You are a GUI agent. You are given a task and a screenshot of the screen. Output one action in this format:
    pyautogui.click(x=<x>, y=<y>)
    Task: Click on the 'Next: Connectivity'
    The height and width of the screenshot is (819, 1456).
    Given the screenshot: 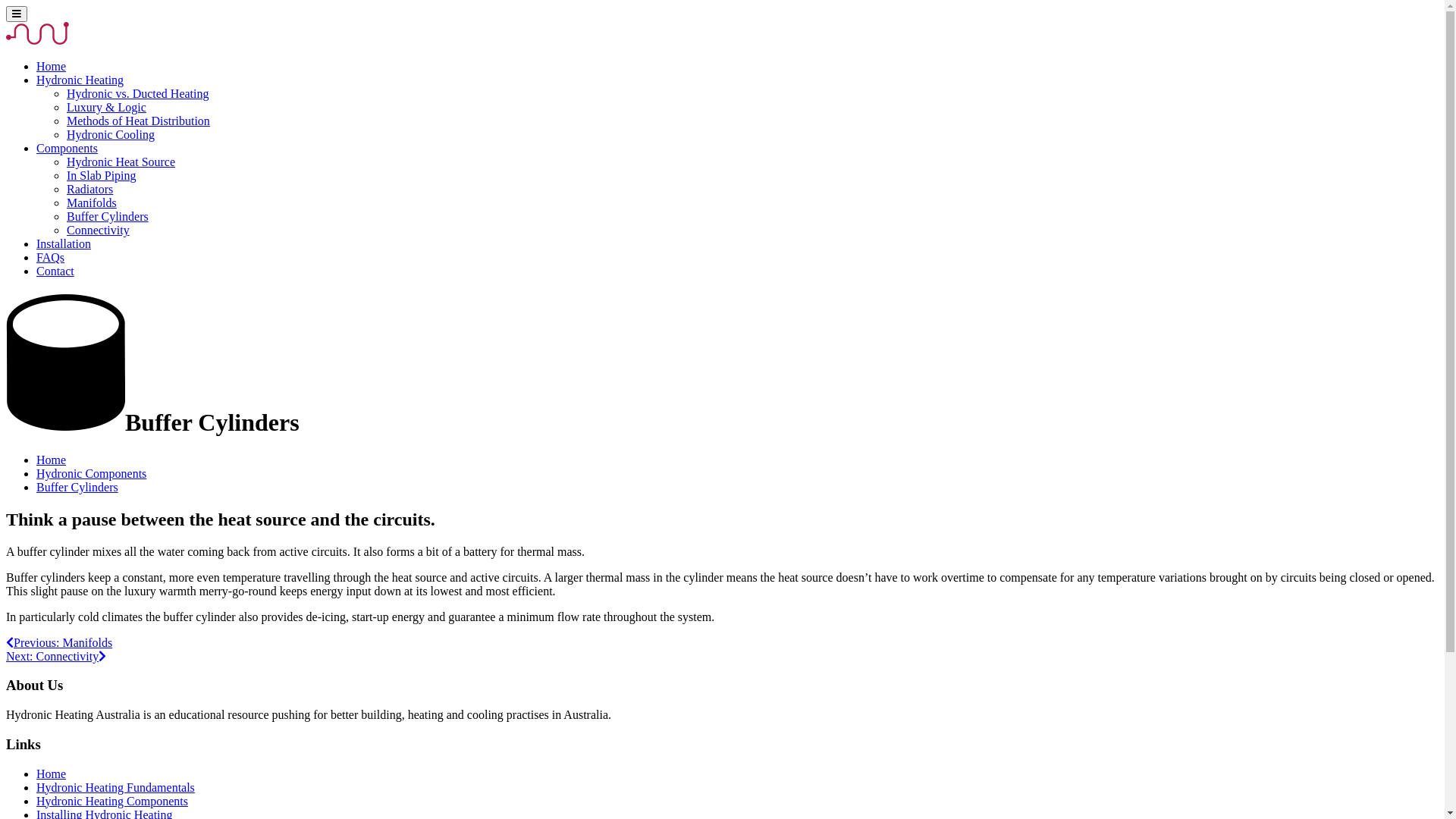 What is the action you would take?
    pyautogui.click(x=55, y=655)
    